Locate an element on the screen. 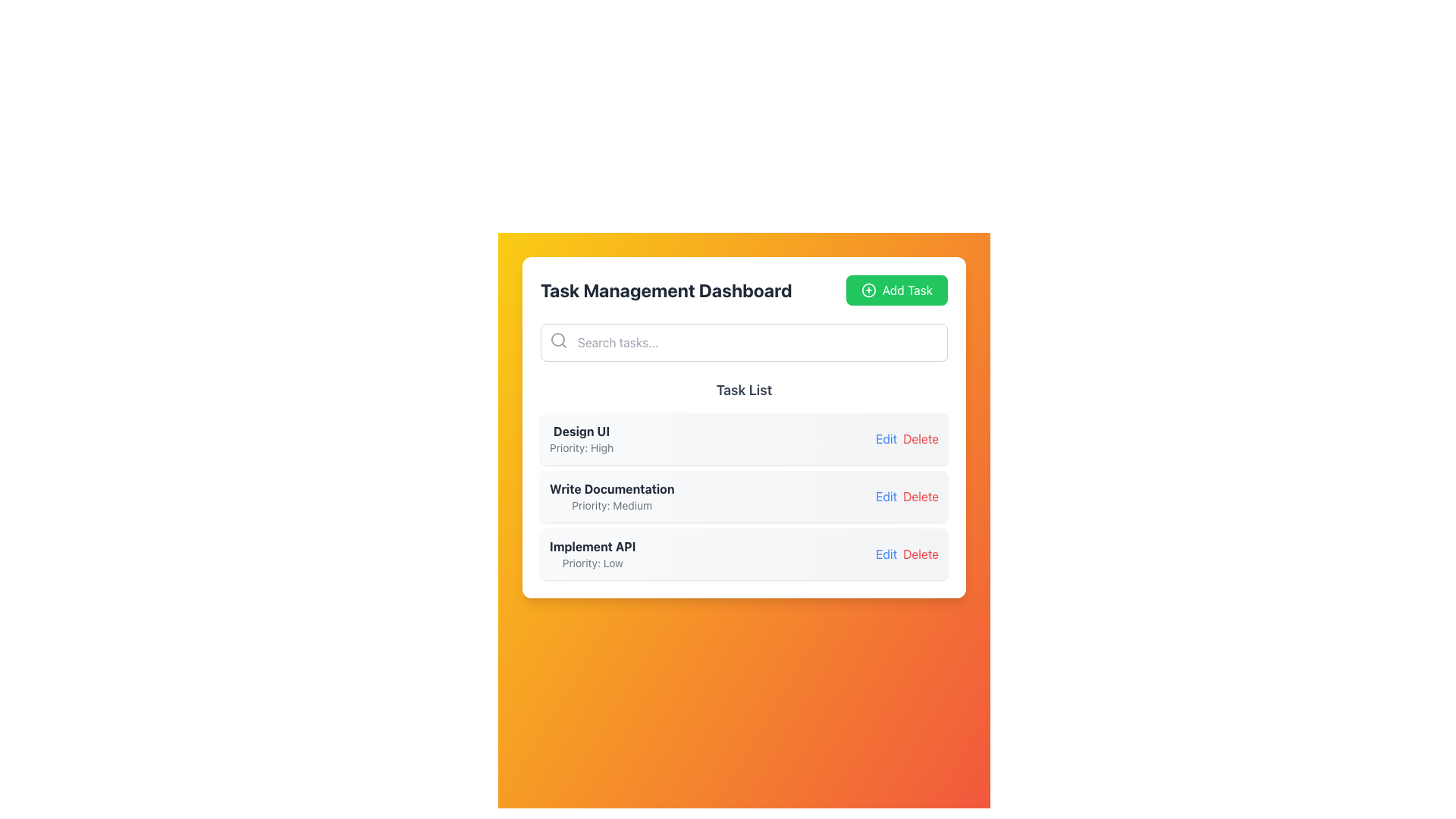 This screenshot has width=1456, height=819. the 'Medium' priority Text Label located below the 'Write Documentation' task in the task list interface is located at coordinates (612, 506).